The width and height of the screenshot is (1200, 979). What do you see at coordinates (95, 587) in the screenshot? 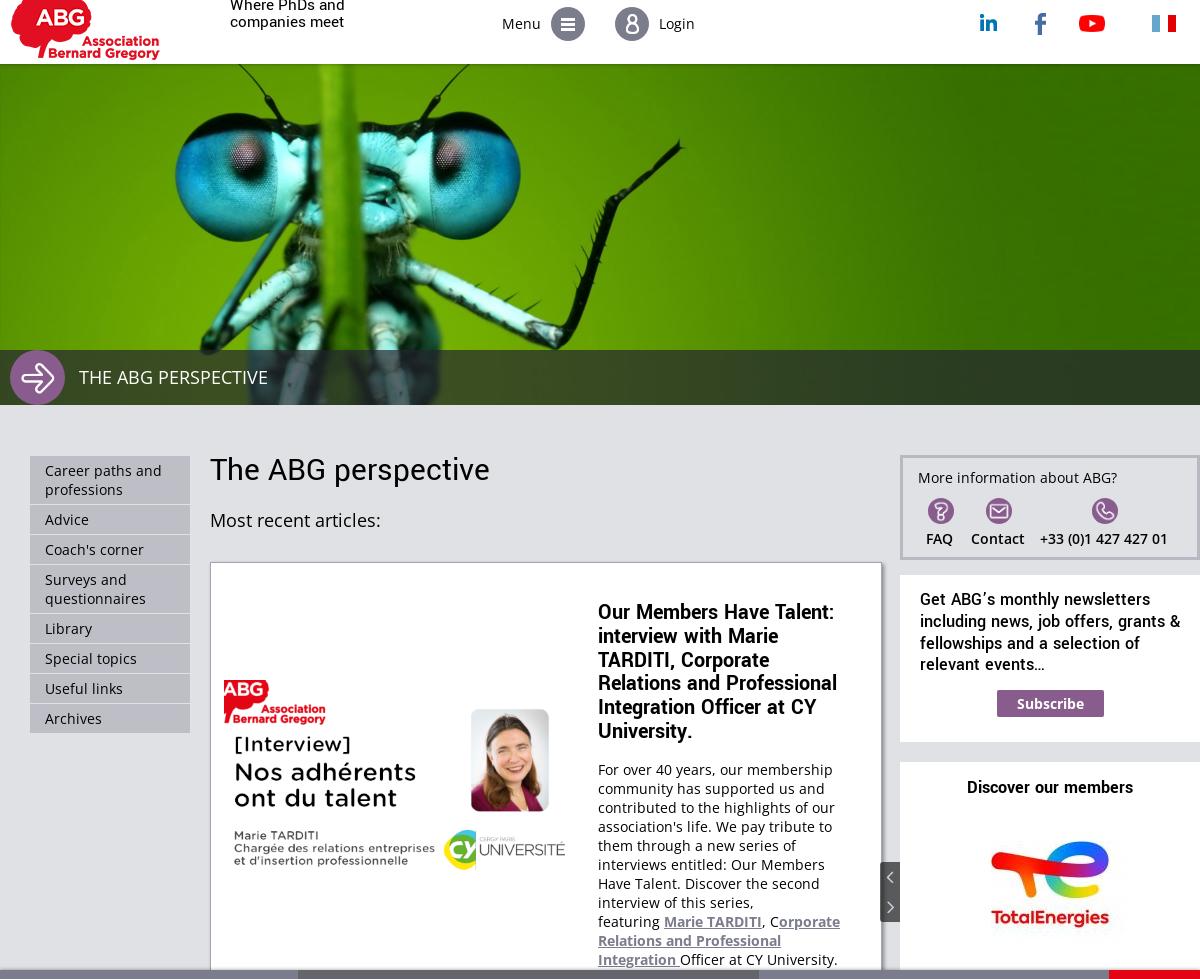
I see `'Surveys and questionnaires'` at bounding box center [95, 587].